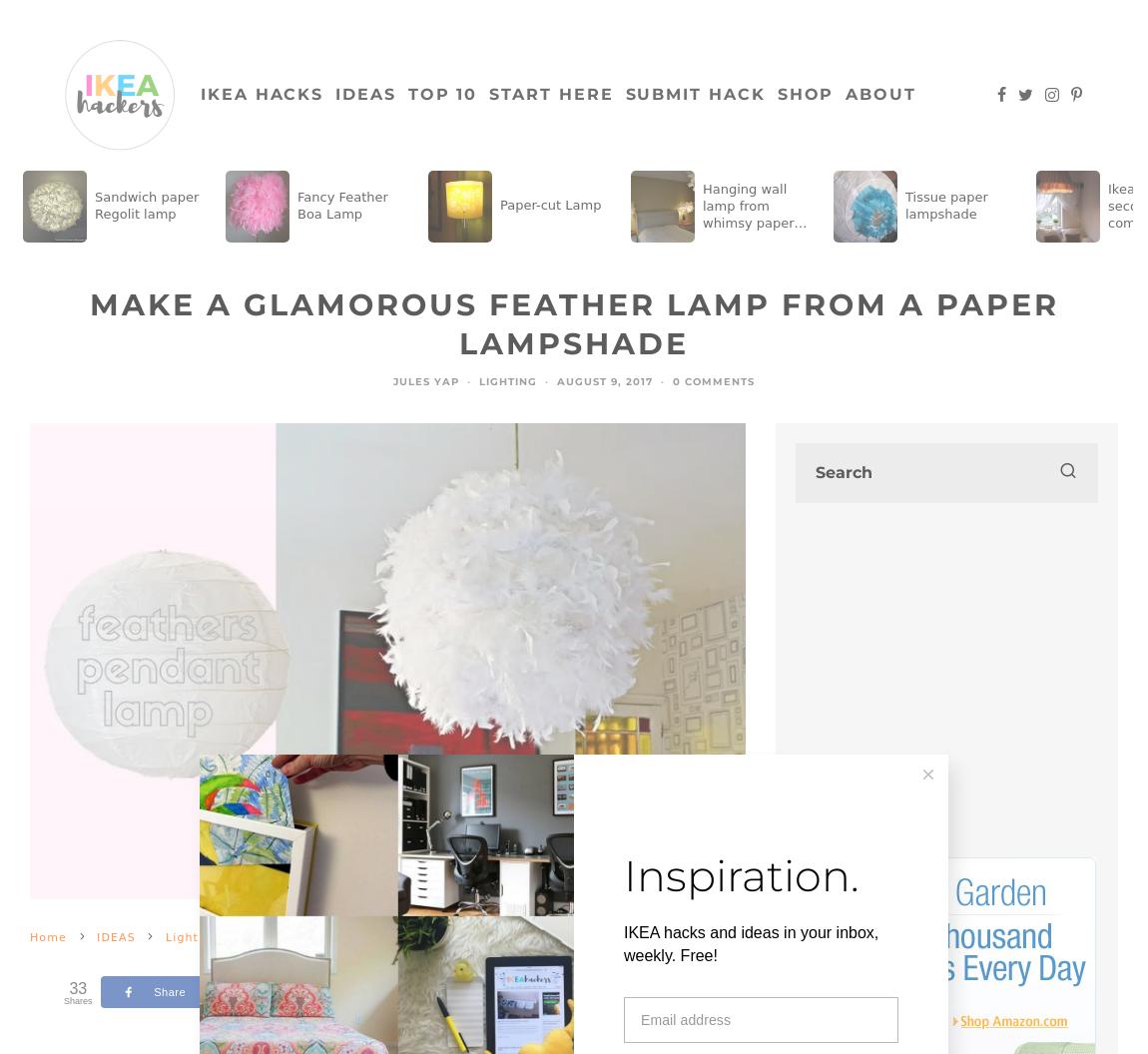 The height and width of the screenshot is (1054, 1148). I want to click on 'Flip', so click(552, 989).